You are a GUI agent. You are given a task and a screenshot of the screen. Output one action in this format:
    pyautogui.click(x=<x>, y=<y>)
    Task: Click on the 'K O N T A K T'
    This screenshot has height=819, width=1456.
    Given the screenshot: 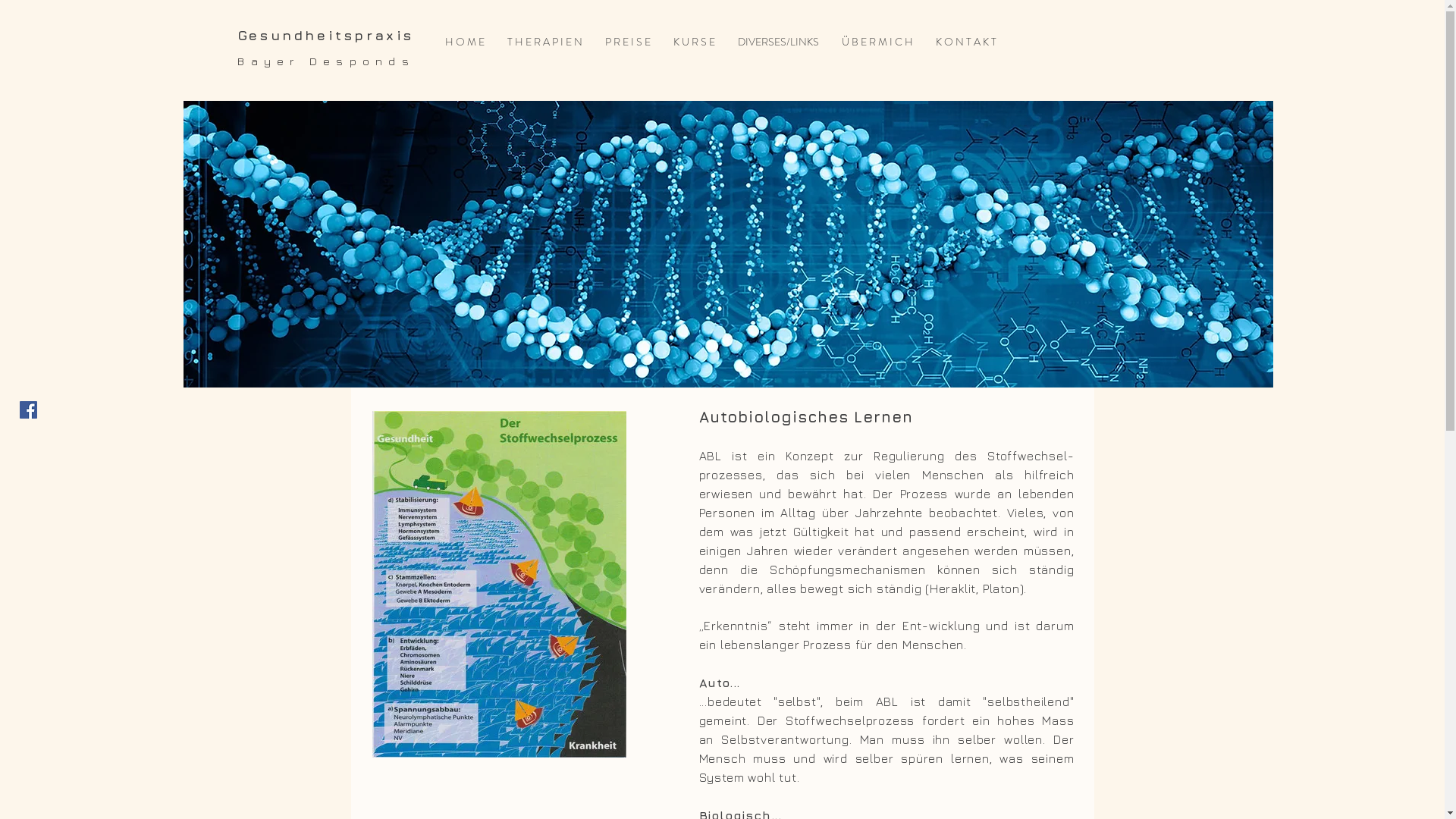 What is the action you would take?
    pyautogui.click(x=965, y=41)
    